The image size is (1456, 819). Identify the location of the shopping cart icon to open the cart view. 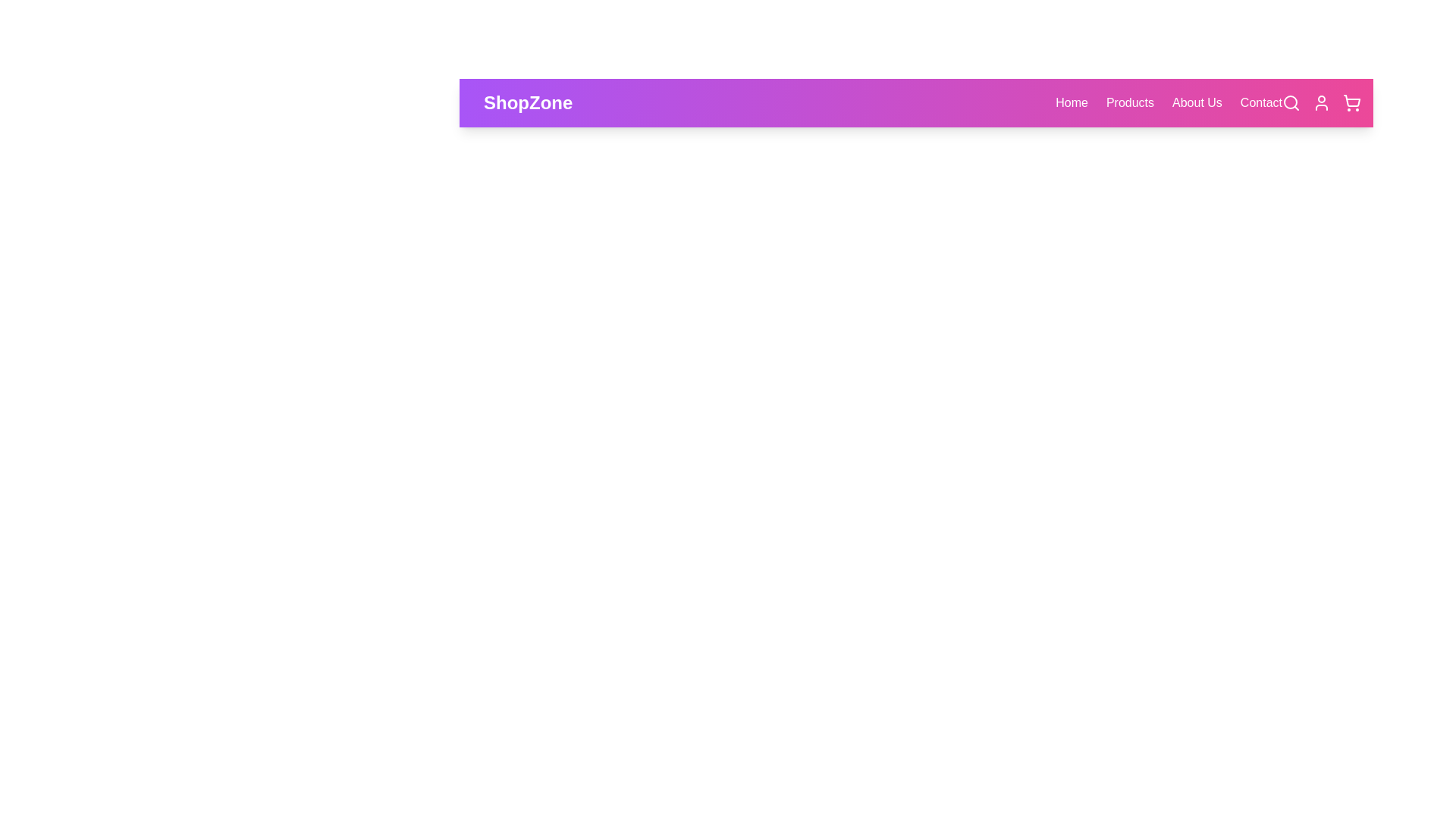
(1351, 102).